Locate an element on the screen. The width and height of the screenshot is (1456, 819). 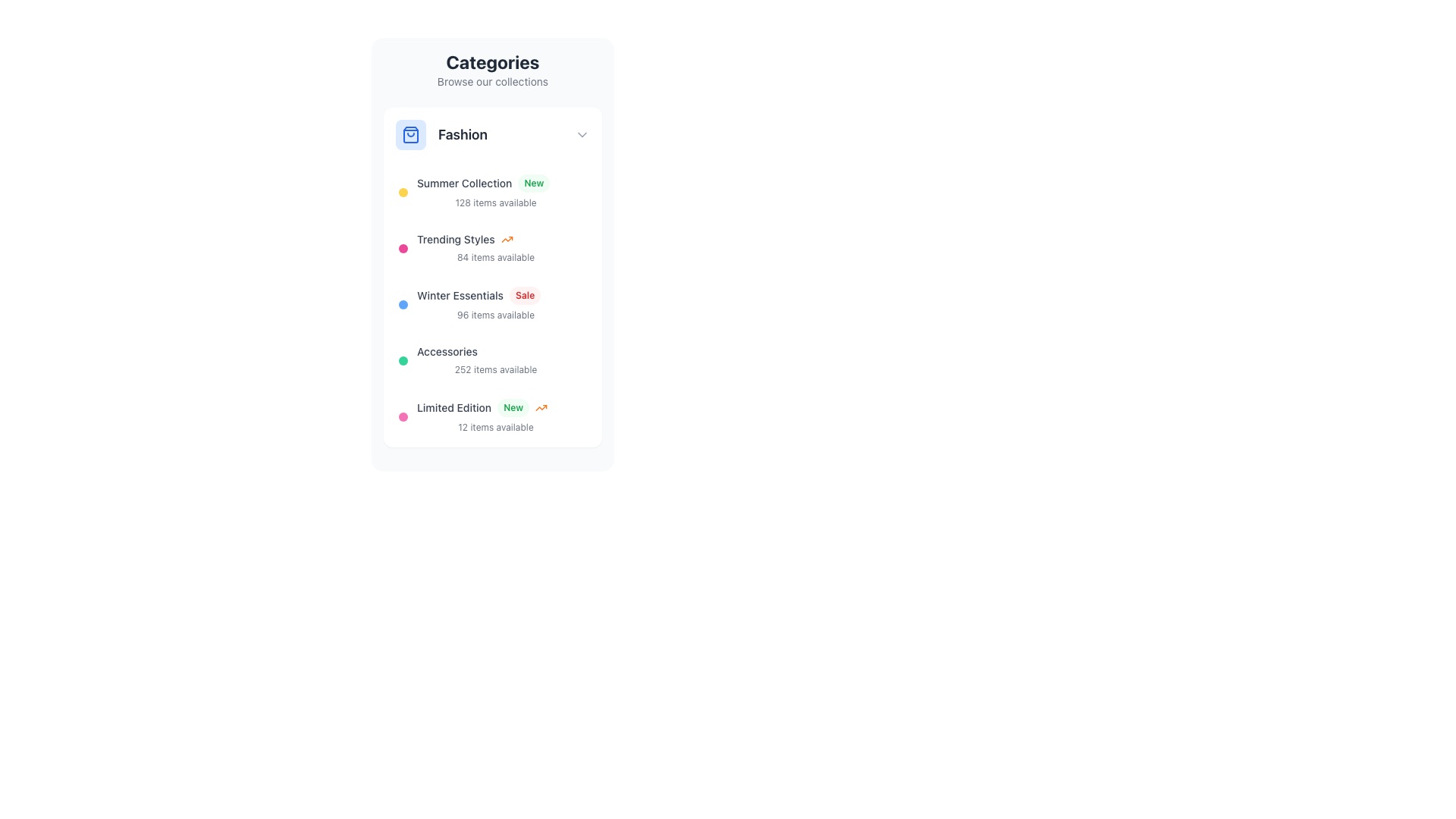
the third item in the 'Fashion' categories list labeled 'Winter Essentials' is located at coordinates (492, 304).